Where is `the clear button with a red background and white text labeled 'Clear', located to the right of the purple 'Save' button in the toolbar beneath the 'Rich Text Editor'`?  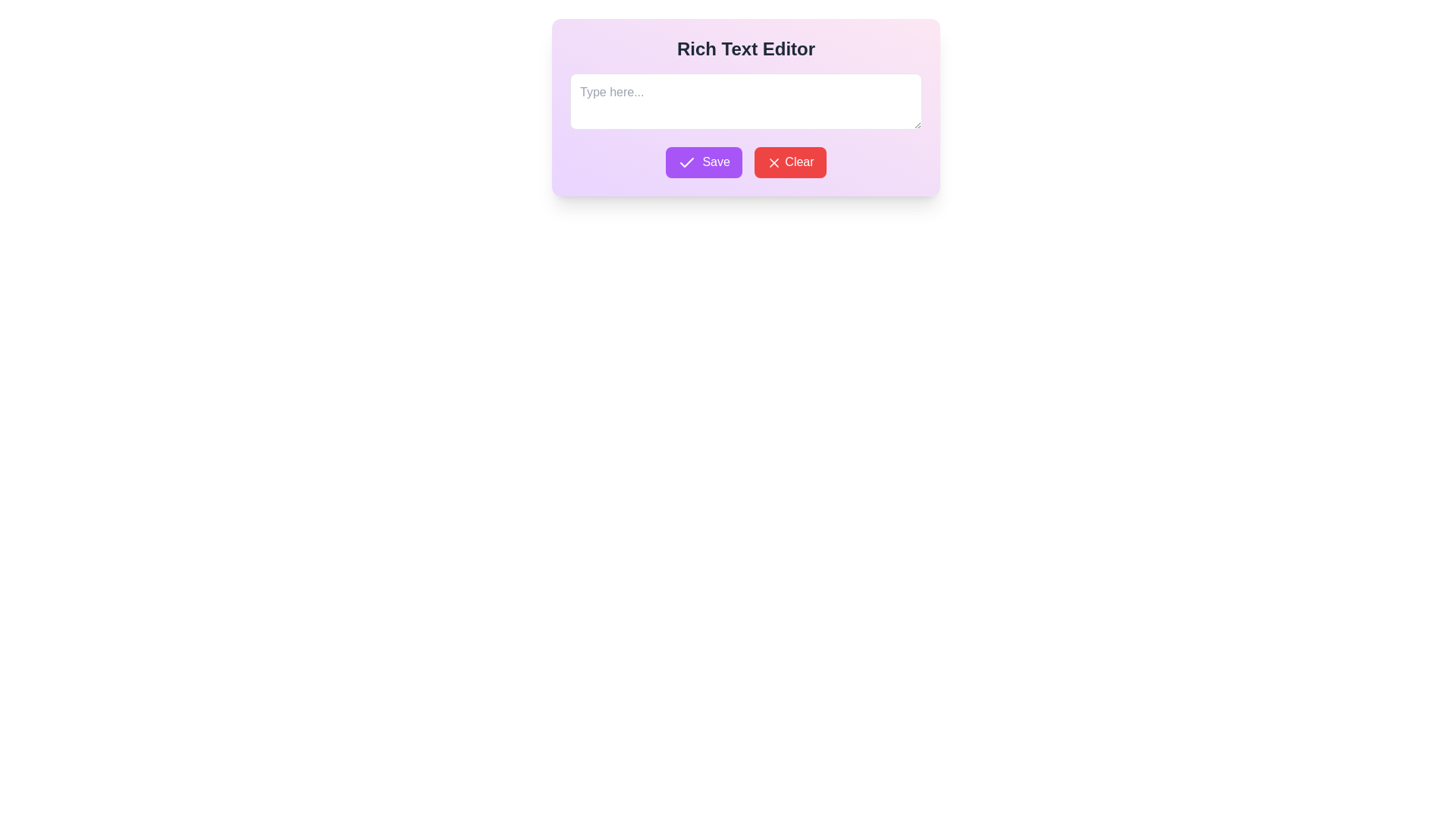 the clear button with a red background and white text labeled 'Clear', located to the right of the purple 'Save' button in the toolbar beneath the 'Rich Text Editor' is located at coordinates (773, 163).